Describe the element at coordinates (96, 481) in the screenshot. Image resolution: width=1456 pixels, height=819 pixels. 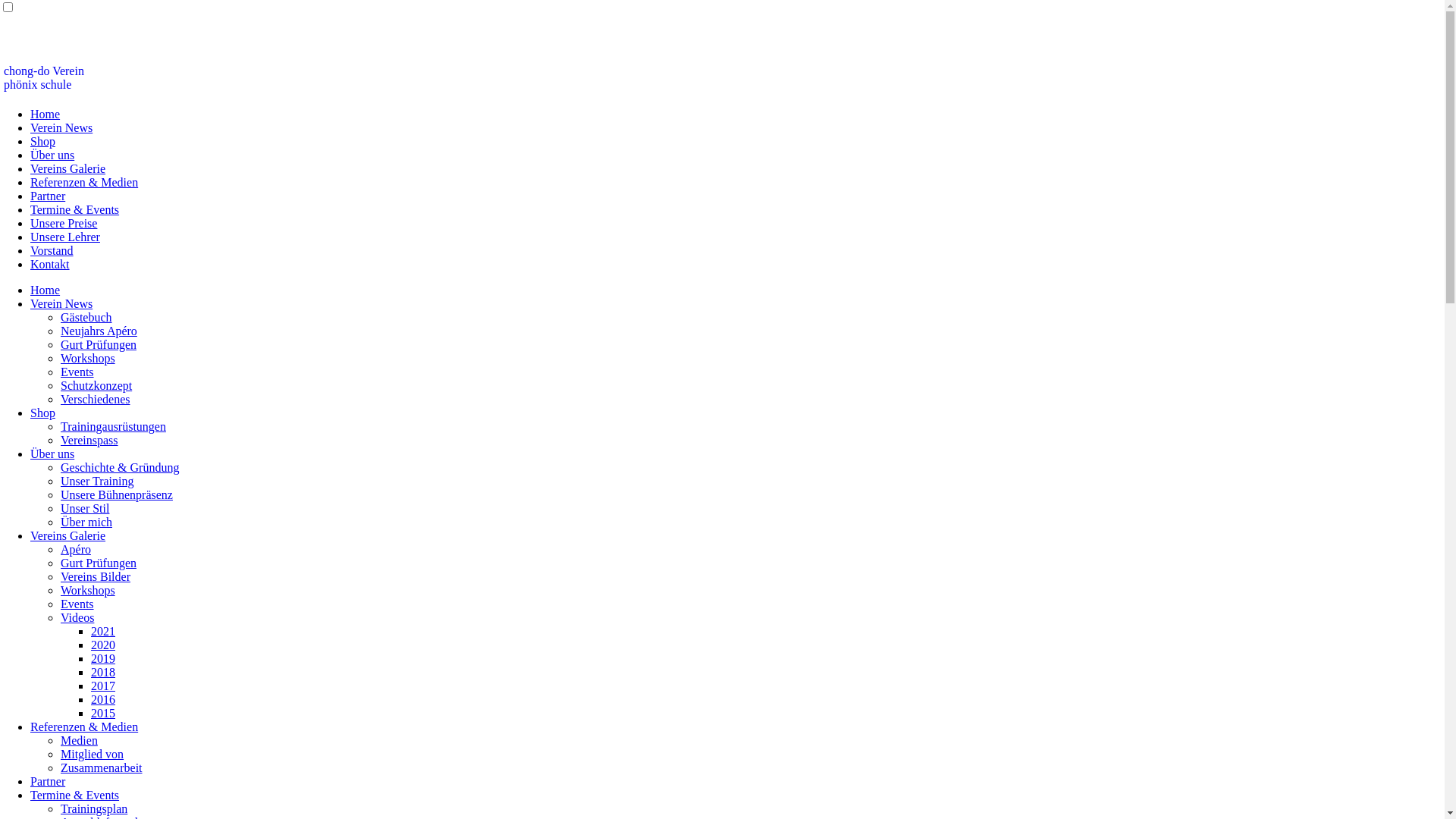
I see `'Unser Training'` at that location.